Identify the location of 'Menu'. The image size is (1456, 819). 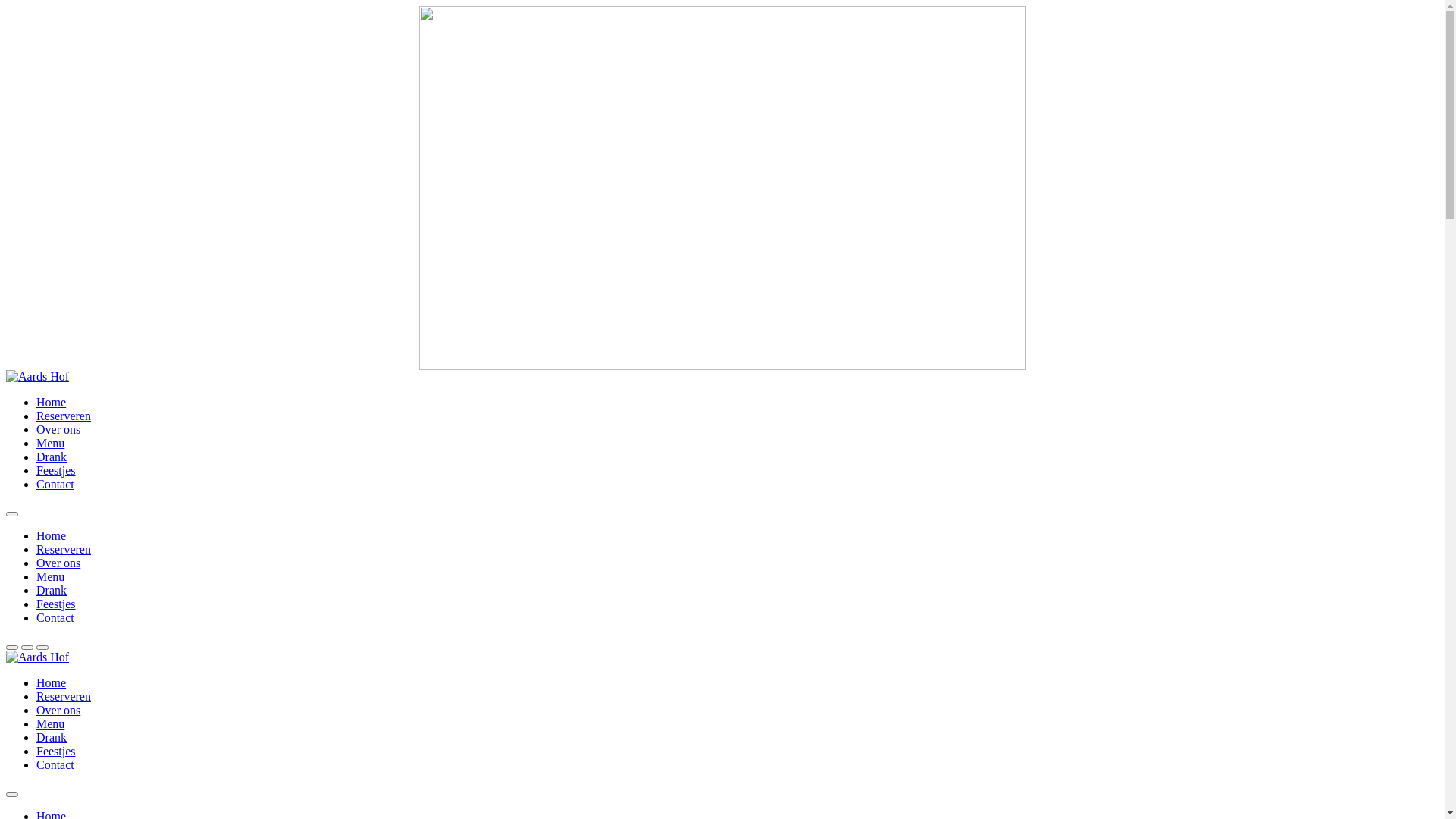
(50, 723).